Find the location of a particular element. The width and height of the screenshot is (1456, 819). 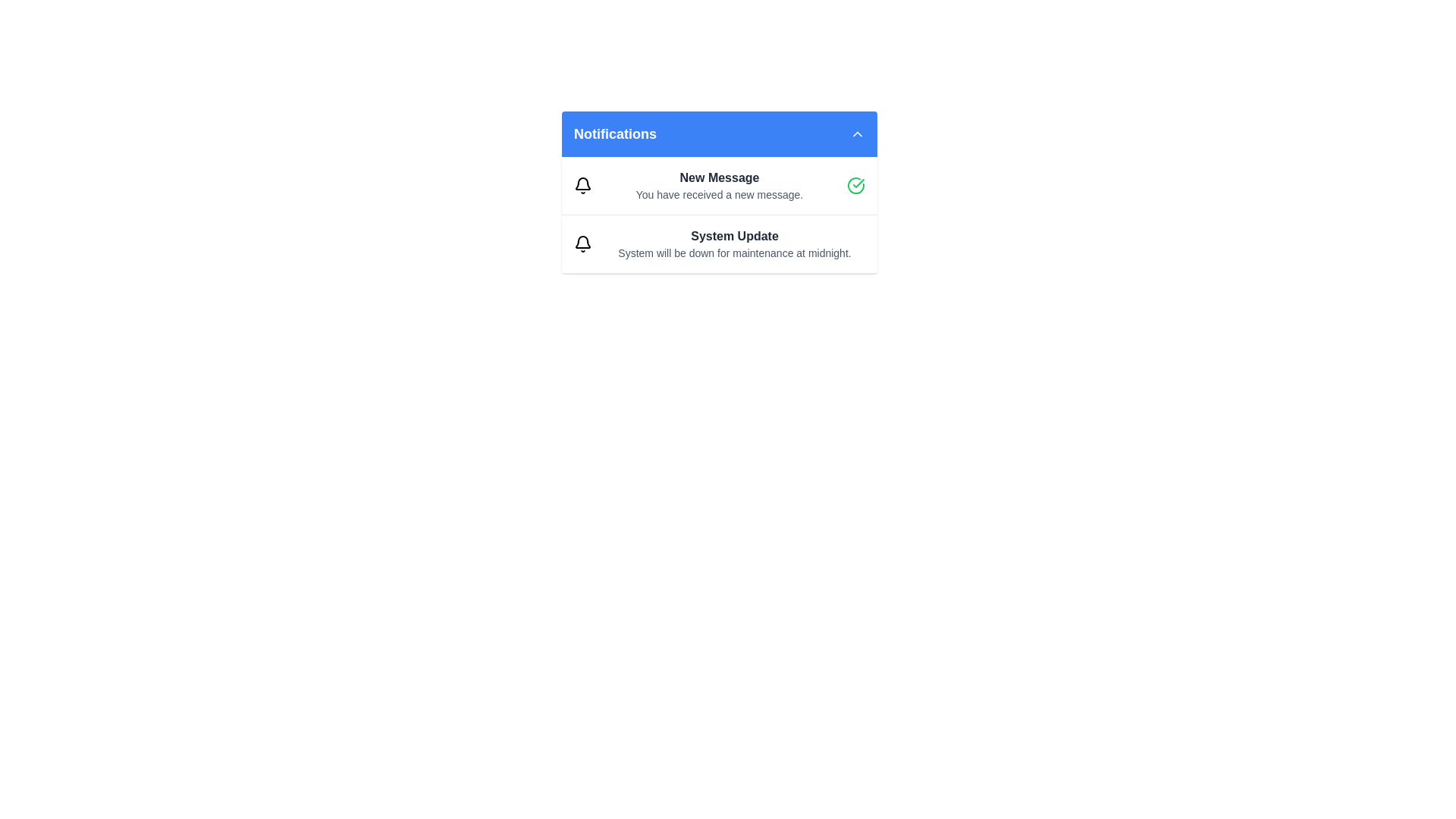

the 'System Update' text label, which is styled with a bold font and is dark gray, located in the middle of the second notification card under the 'Notifications' header is located at coordinates (735, 237).